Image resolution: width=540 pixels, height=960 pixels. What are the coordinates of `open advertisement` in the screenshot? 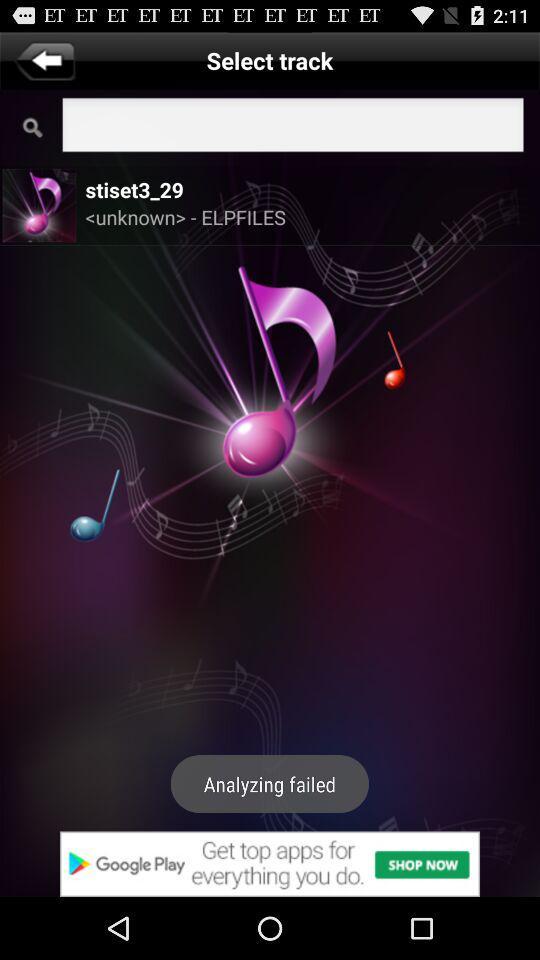 It's located at (270, 863).